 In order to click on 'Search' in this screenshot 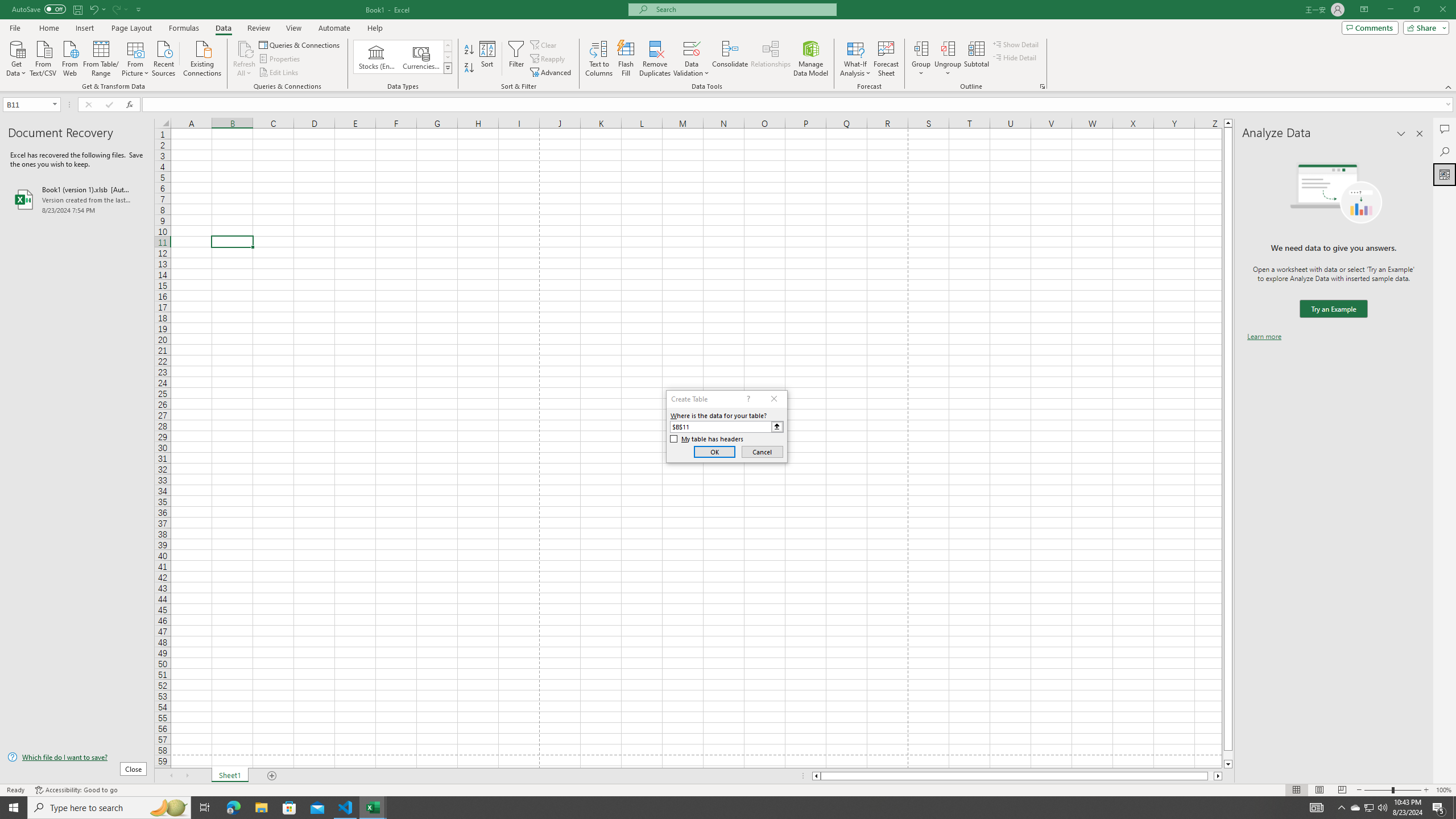, I will do `click(1444, 152)`.